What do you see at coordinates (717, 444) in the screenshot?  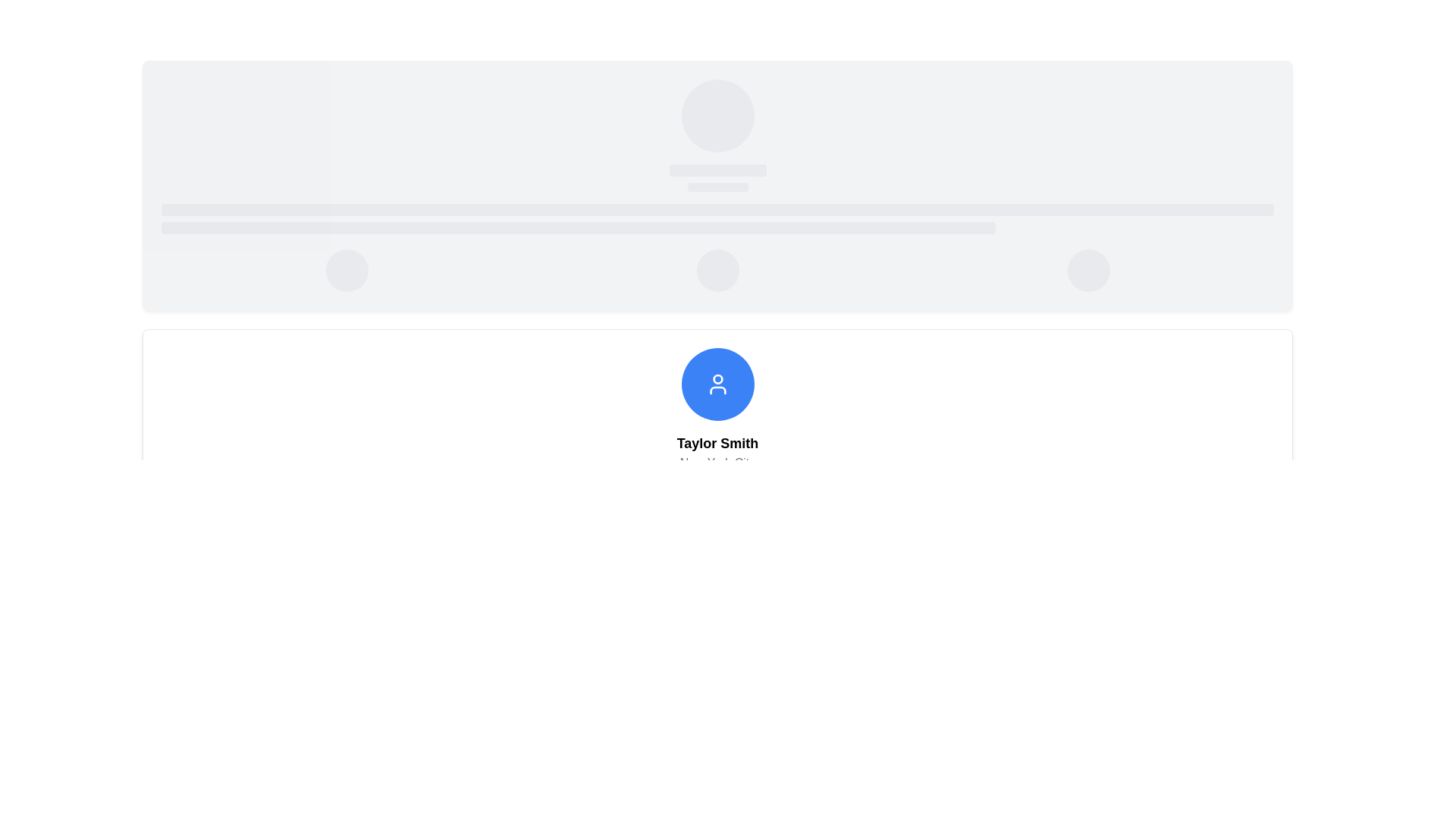 I see `the text label displaying 'Taylor Smith', which is emphasized in bold and larger font, located below a user icon and above the text 'New York City'` at bounding box center [717, 444].